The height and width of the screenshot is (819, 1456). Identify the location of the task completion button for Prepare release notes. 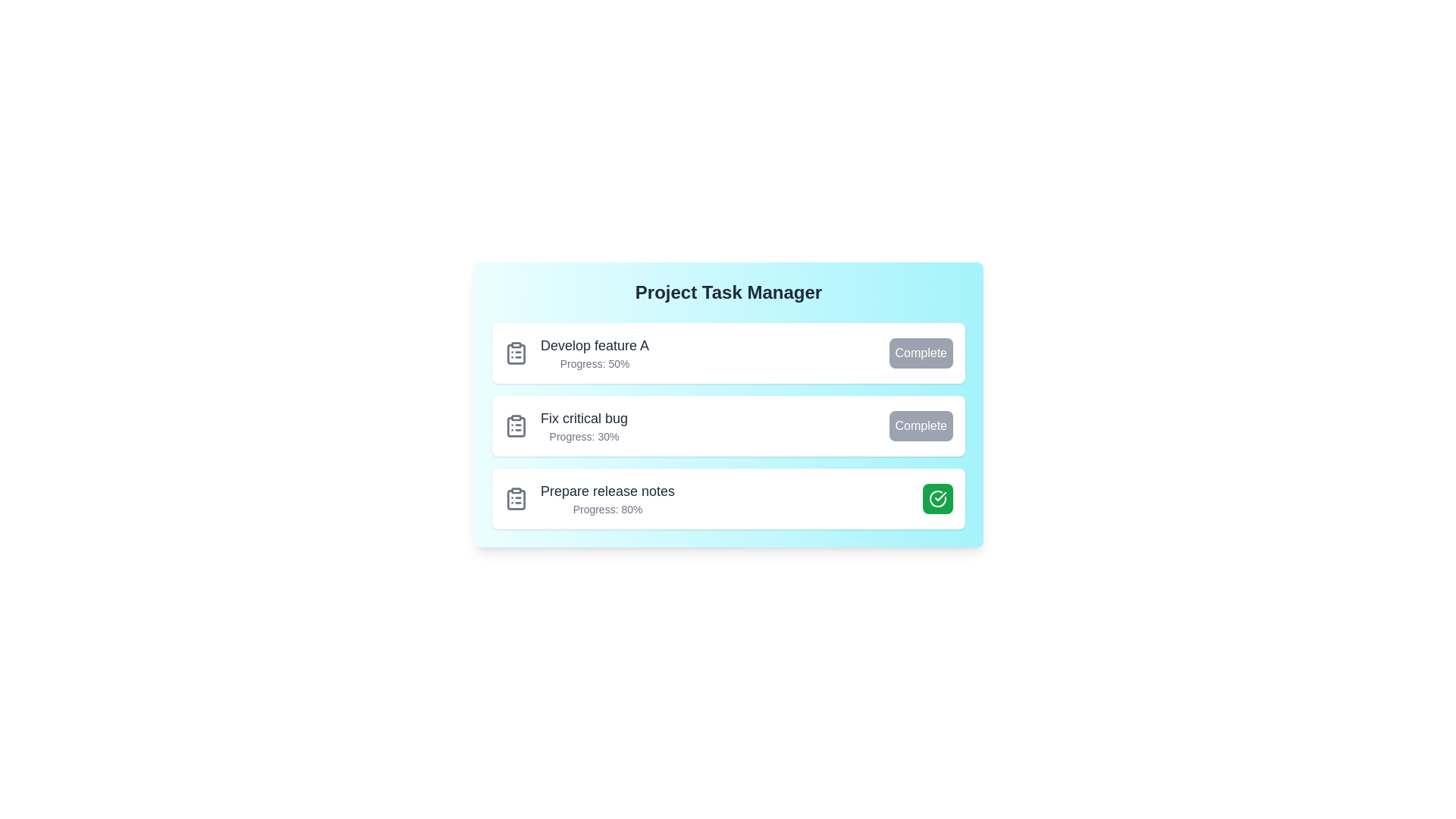
(937, 499).